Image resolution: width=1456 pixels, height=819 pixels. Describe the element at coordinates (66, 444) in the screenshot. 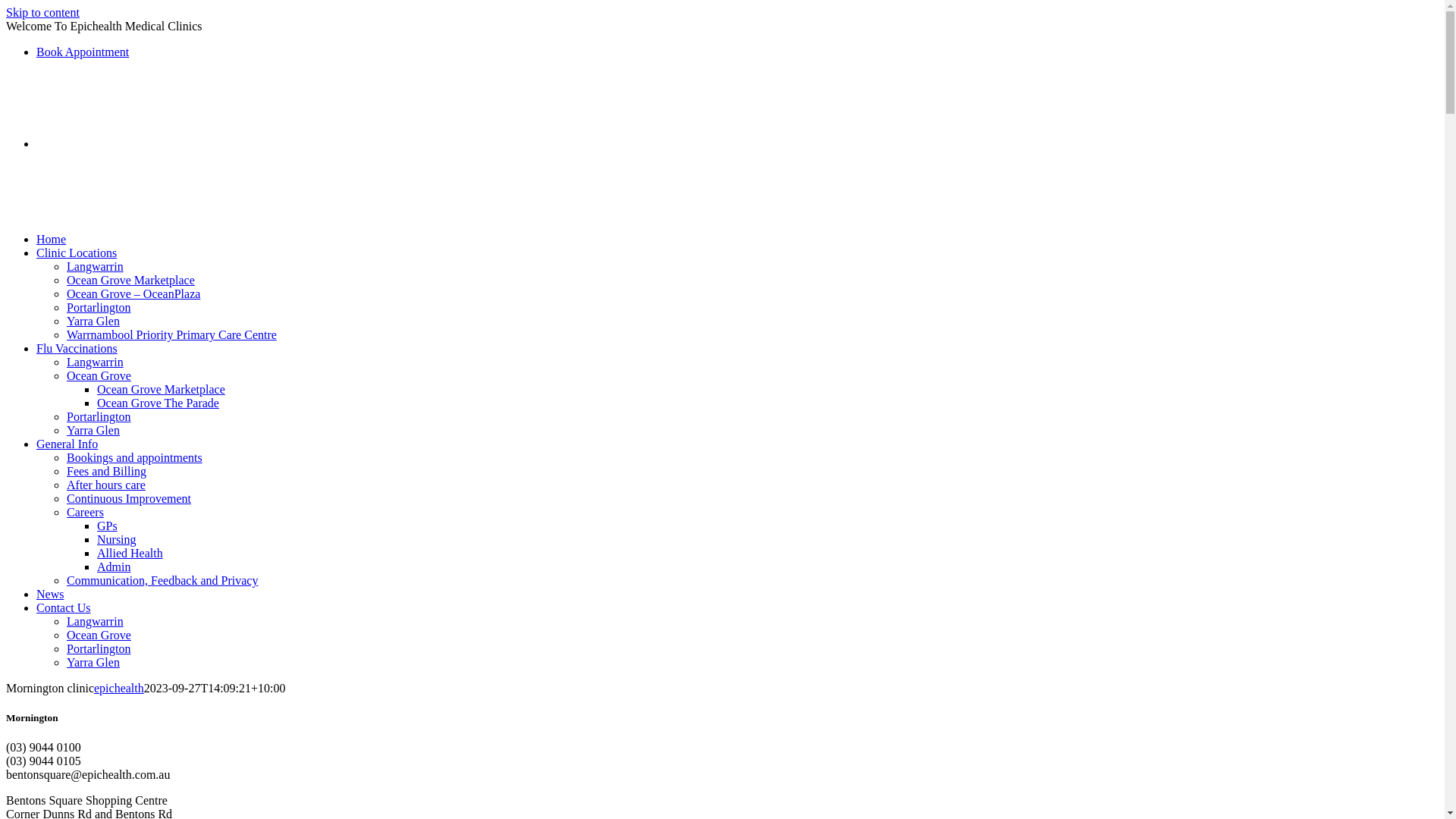

I see `'General Info'` at that location.